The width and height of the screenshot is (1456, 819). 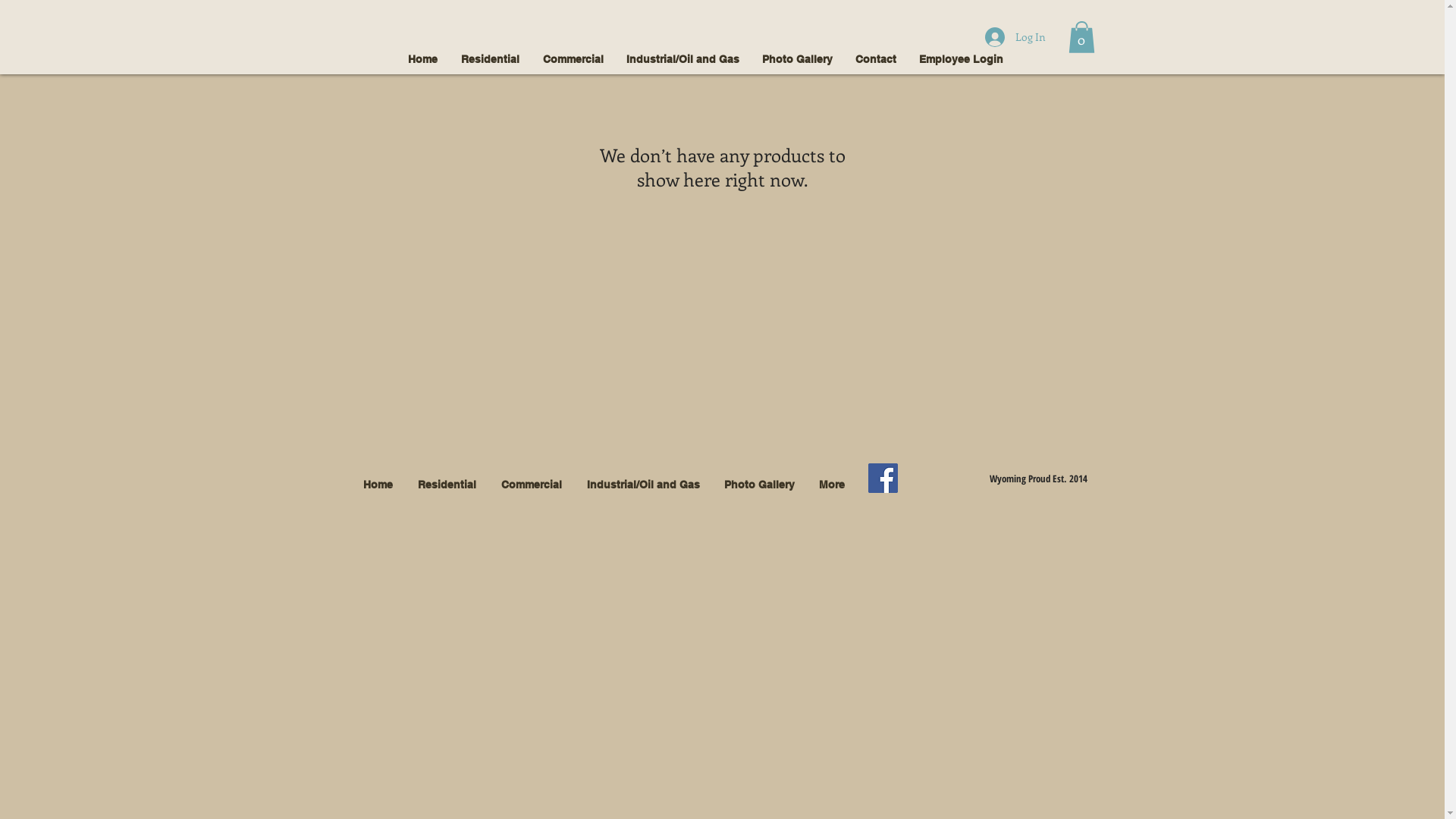 I want to click on 'Residential', so click(x=446, y=485).